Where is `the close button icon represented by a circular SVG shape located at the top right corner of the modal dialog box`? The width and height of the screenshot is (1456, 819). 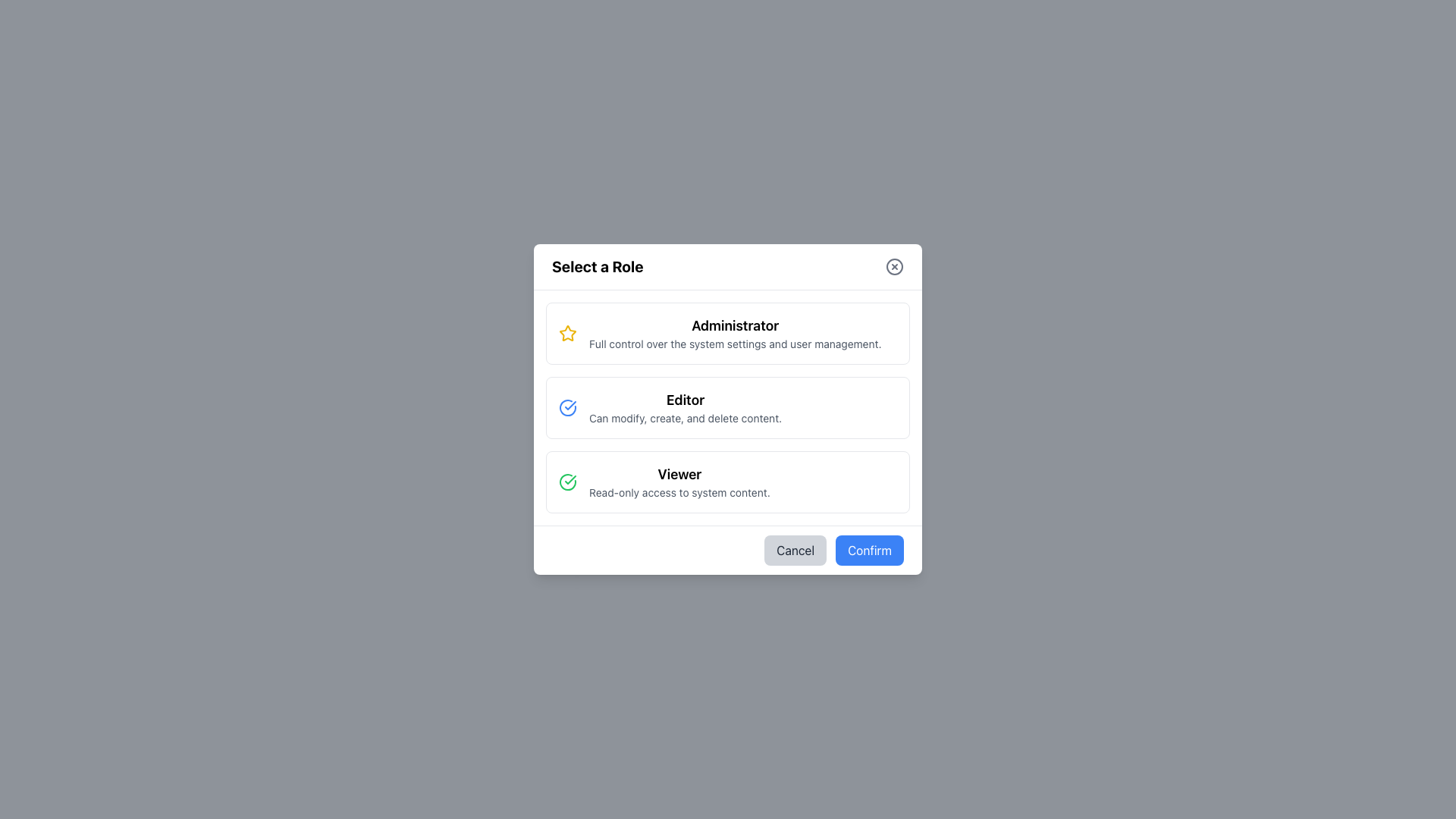
the close button icon represented by a circular SVG shape located at the top right corner of the modal dialog box is located at coordinates (895, 265).